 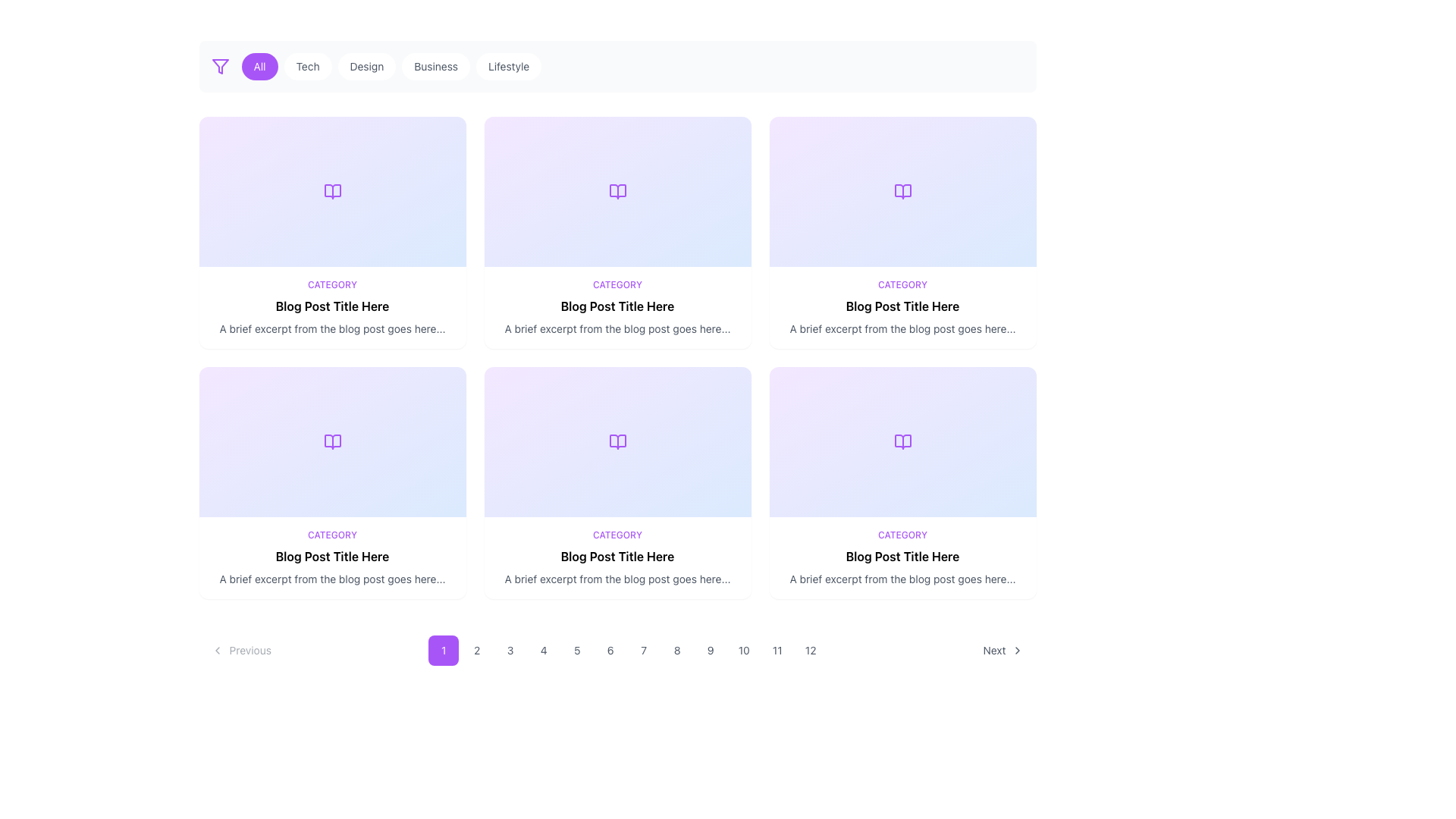 I want to click on text from the Text block containing 'CATEGORY', 'Blog Post Title Here', and 'A brief excerpt from the blog post goes here...' located in the second card of the second row in the central grid of the webpage, so click(x=617, y=307).